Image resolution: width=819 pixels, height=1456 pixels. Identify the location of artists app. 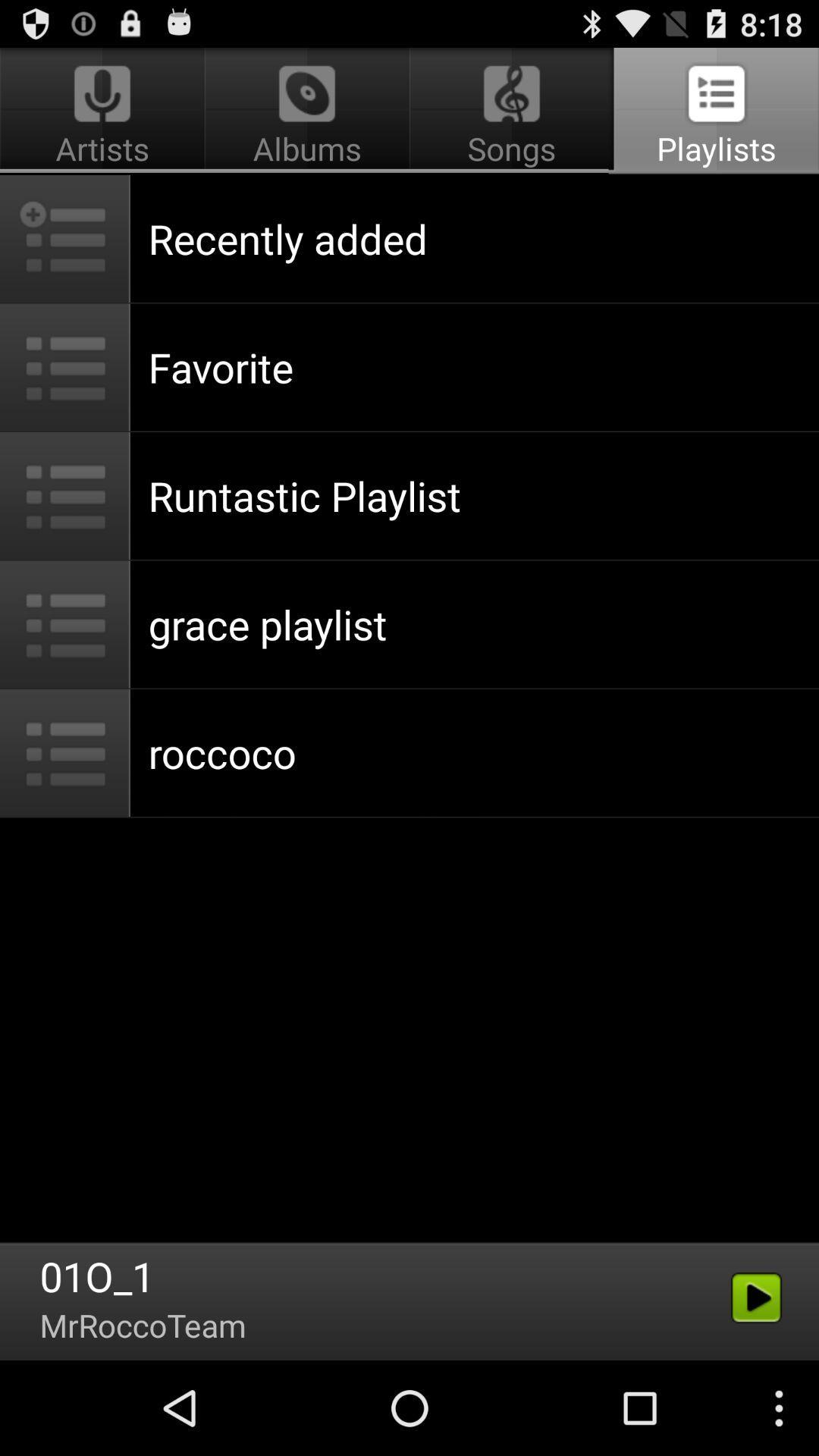
(104, 111).